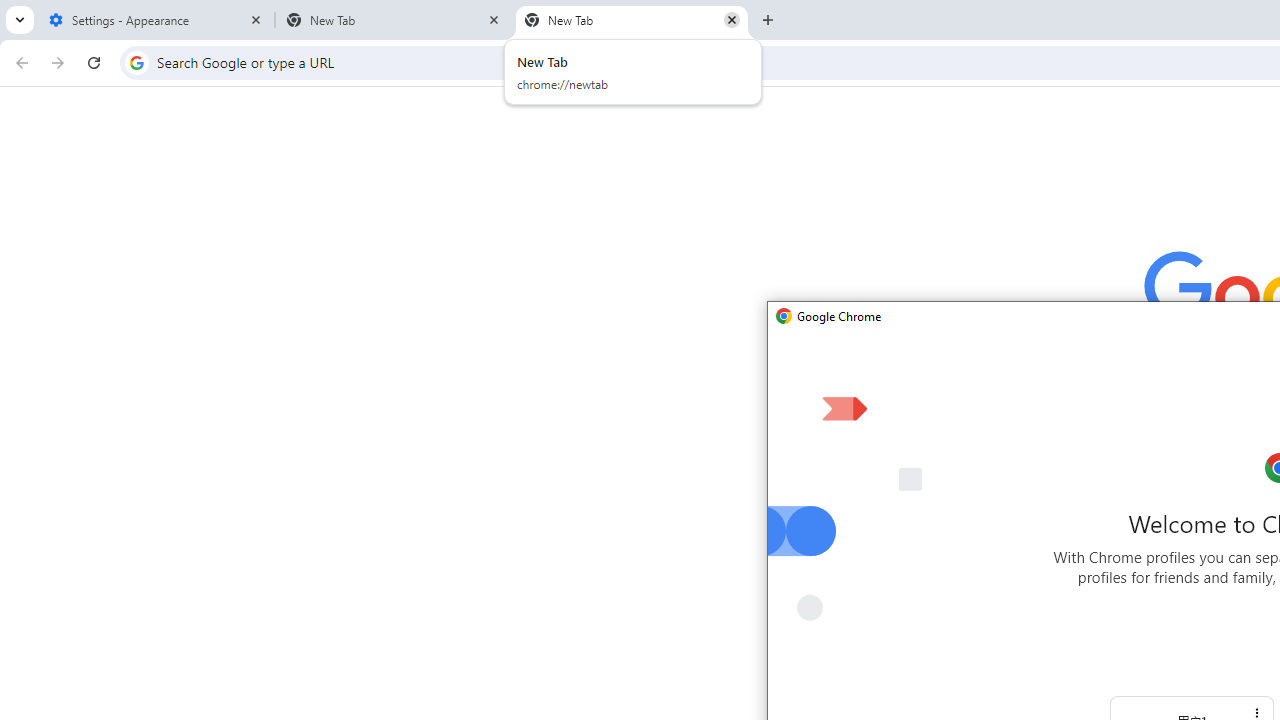  I want to click on 'New Tab', so click(631, 20).